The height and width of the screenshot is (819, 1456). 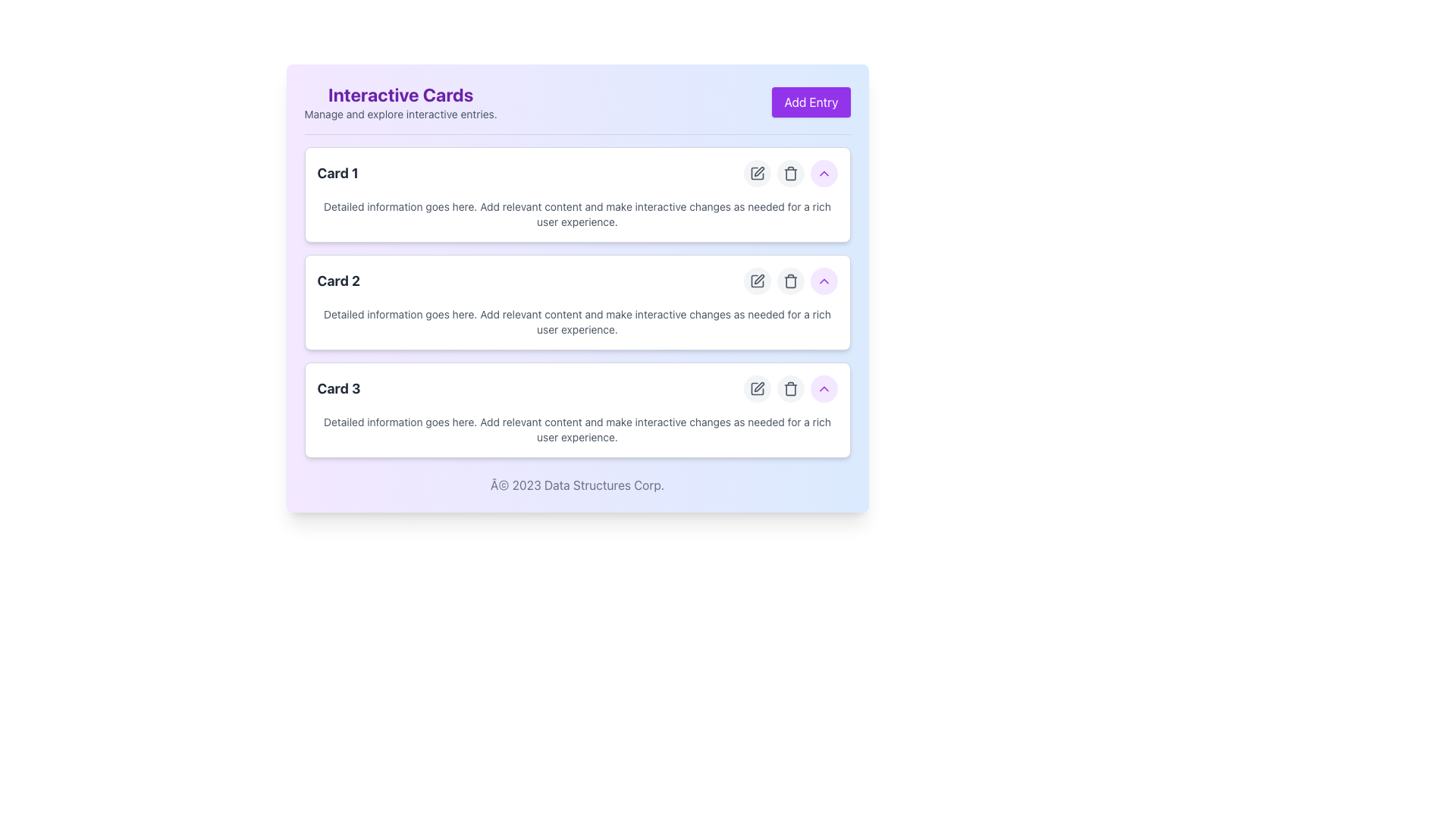 What do you see at coordinates (823, 388) in the screenshot?
I see `the small rounded button with a purple background and an upward chevron icon located in the third card of a vertical list, positioned to the right of the trash can icon` at bounding box center [823, 388].